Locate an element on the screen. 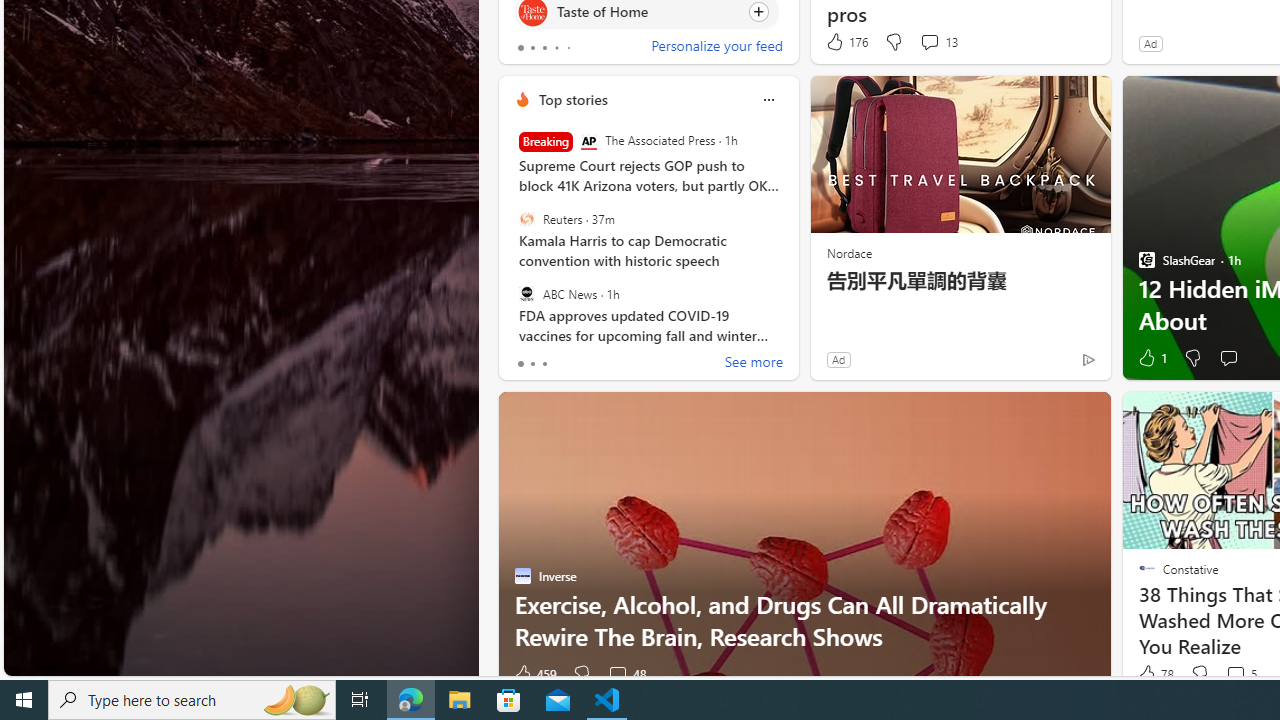 The image size is (1280, 720). 'ABC News' is located at coordinates (526, 293).